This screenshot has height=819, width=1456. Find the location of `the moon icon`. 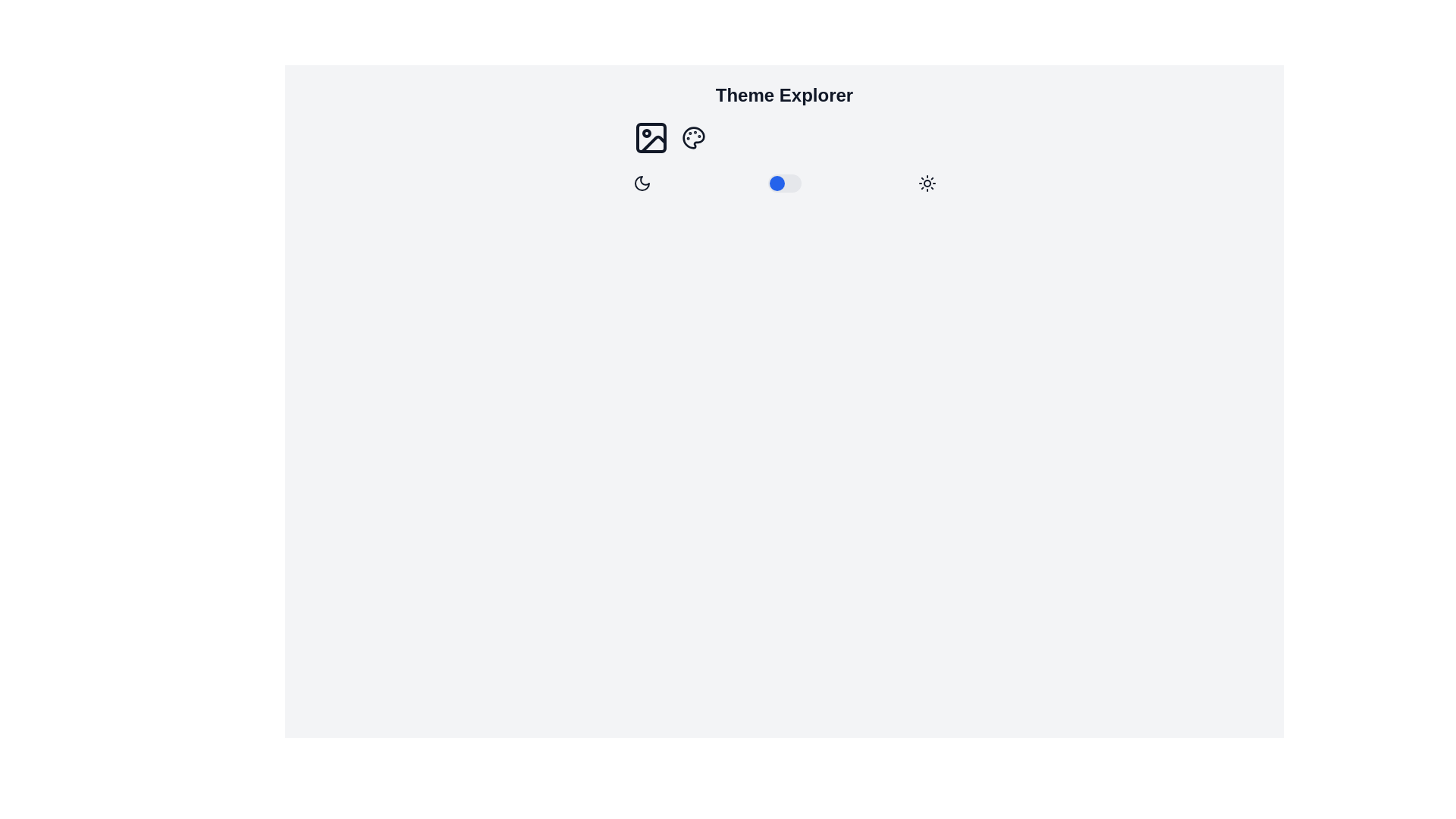

the moon icon is located at coordinates (642, 183).